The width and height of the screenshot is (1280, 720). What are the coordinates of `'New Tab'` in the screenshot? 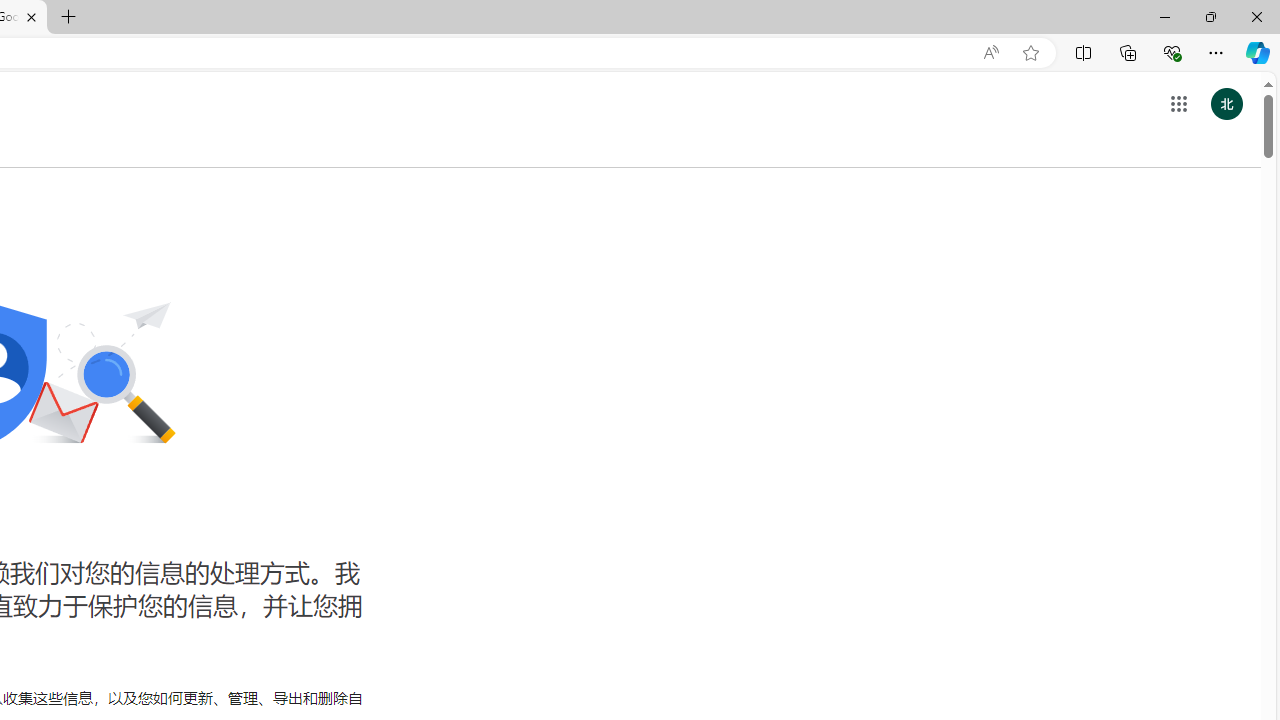 It's located at (69, 17).